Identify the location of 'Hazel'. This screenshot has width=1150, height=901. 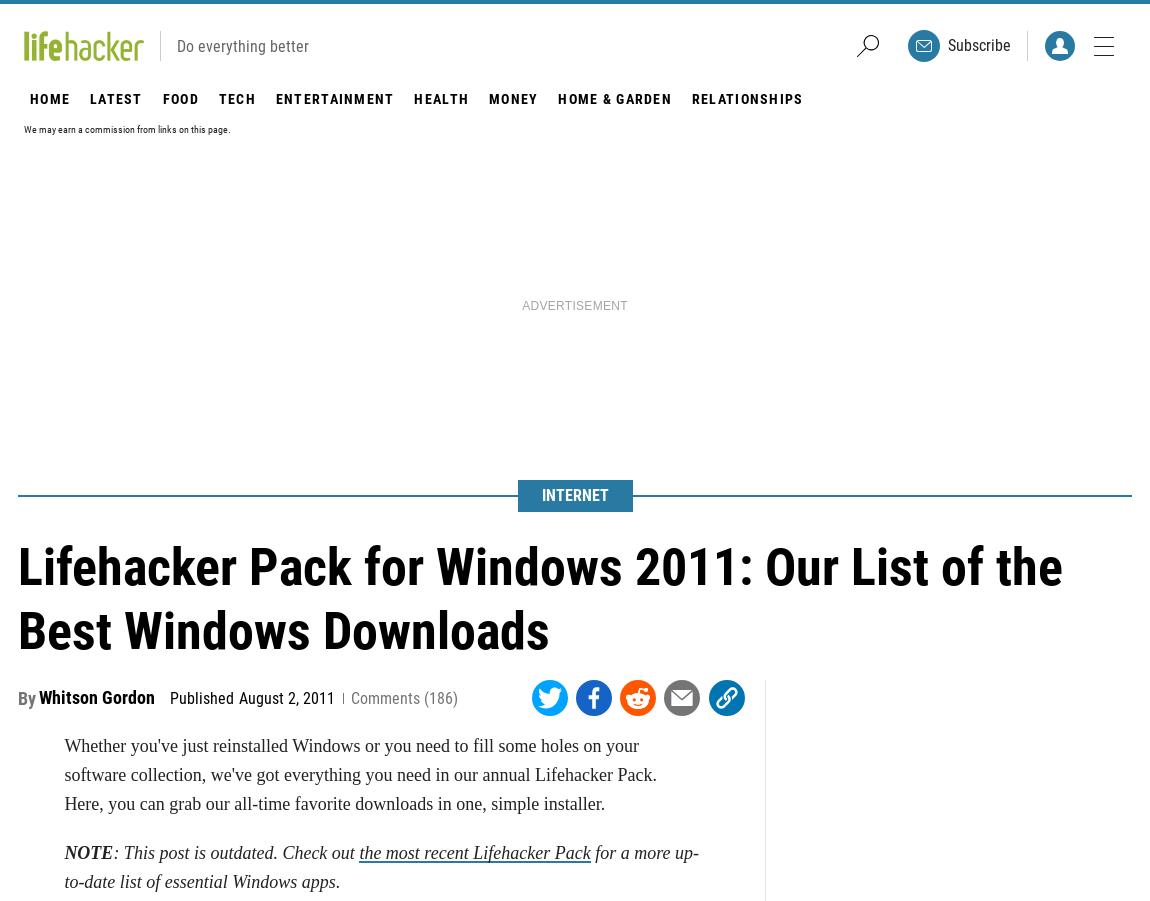
(624, 478).